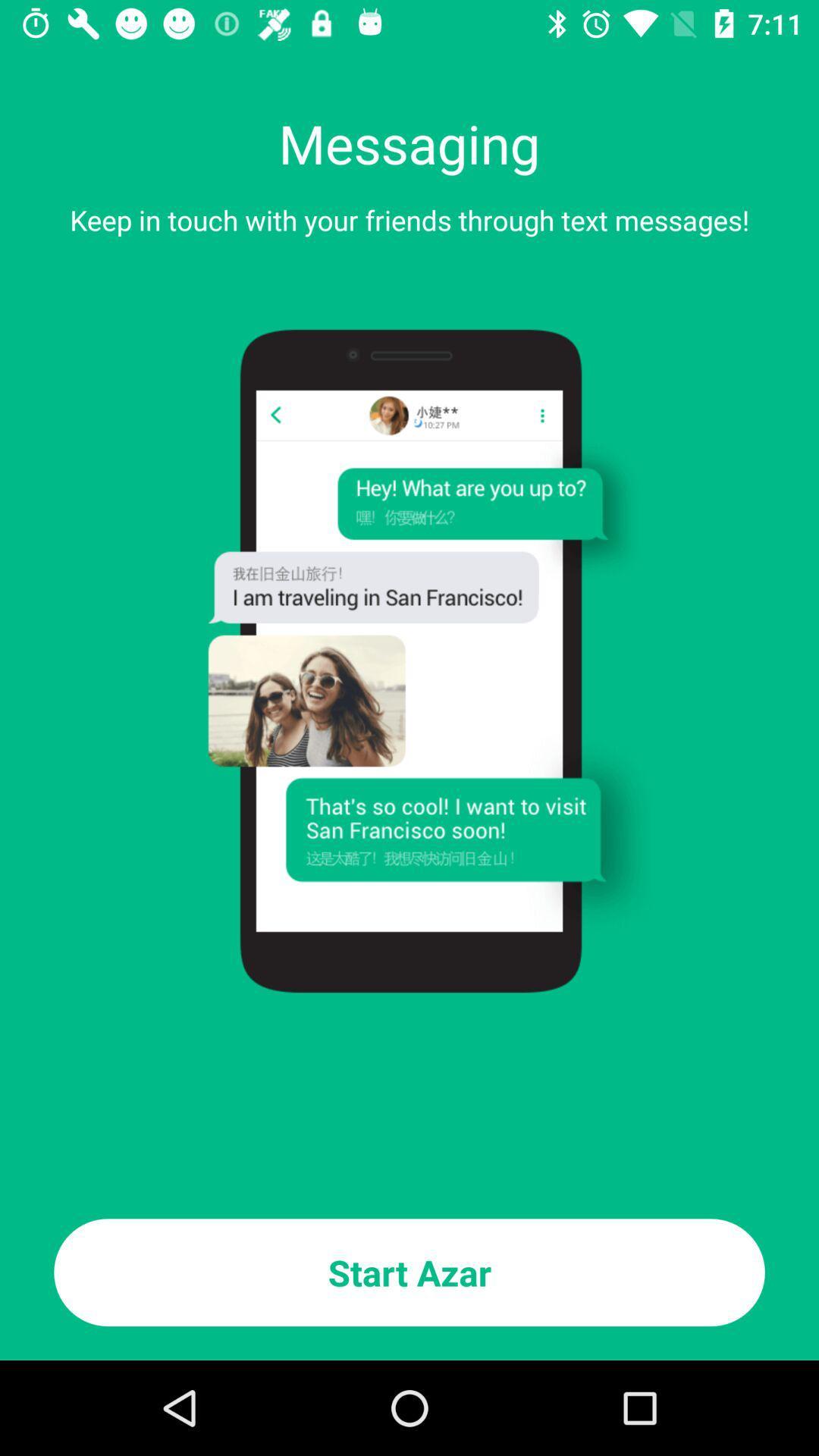 This screenshot has width=819, height=1456. What do you see at coordinates (409, 1272) in the screenshot?
I see `the start azar` at bounding box center [409, 1272].